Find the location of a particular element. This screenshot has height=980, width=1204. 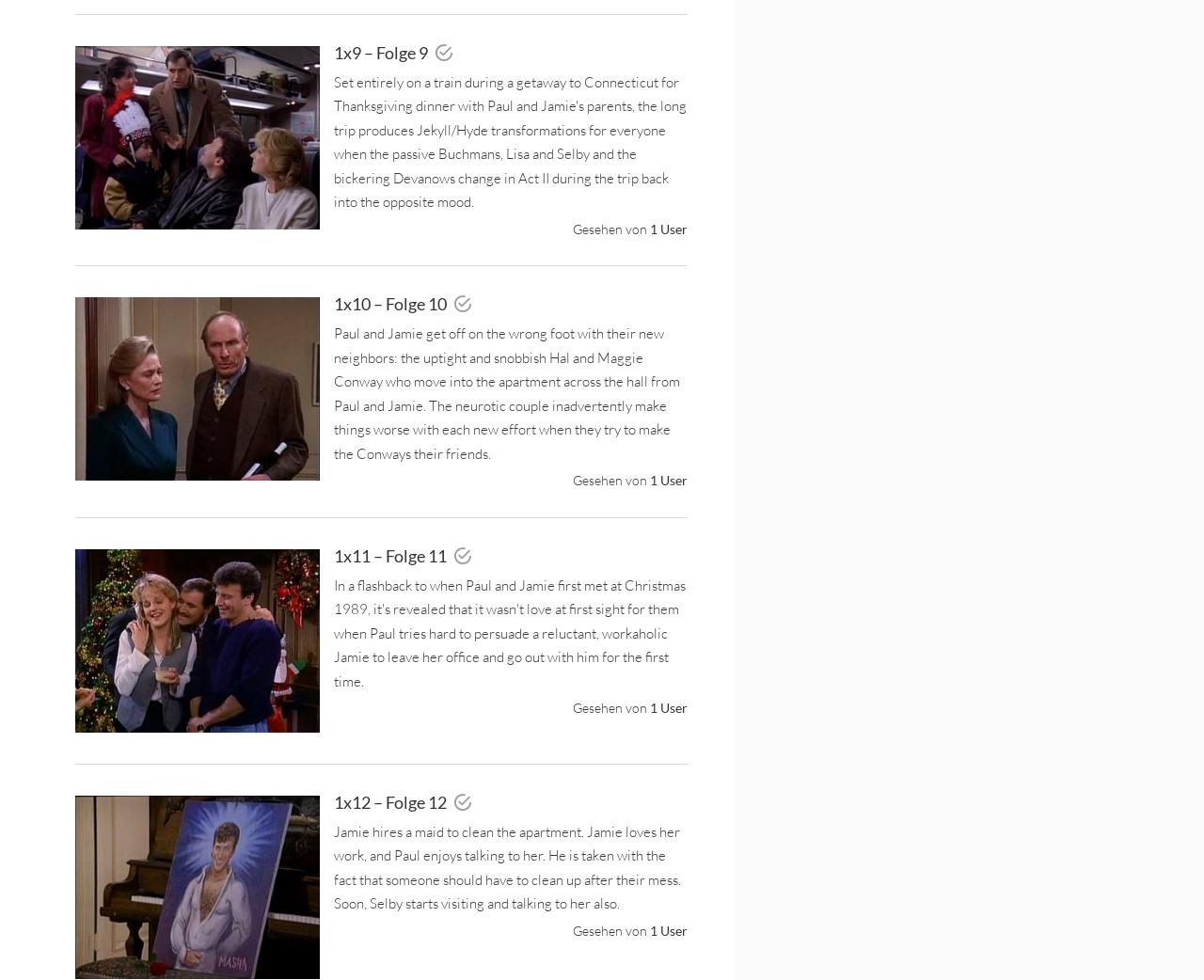

'Jamie hires a maid to clean the apartment. Jamie loves her work, and Paul enjoys talking to her. He is taken with the fact that someone should have to clean up after their mess. Soon, Selby starts visiting and talking to her also.' is located at coordinates (507, 865).